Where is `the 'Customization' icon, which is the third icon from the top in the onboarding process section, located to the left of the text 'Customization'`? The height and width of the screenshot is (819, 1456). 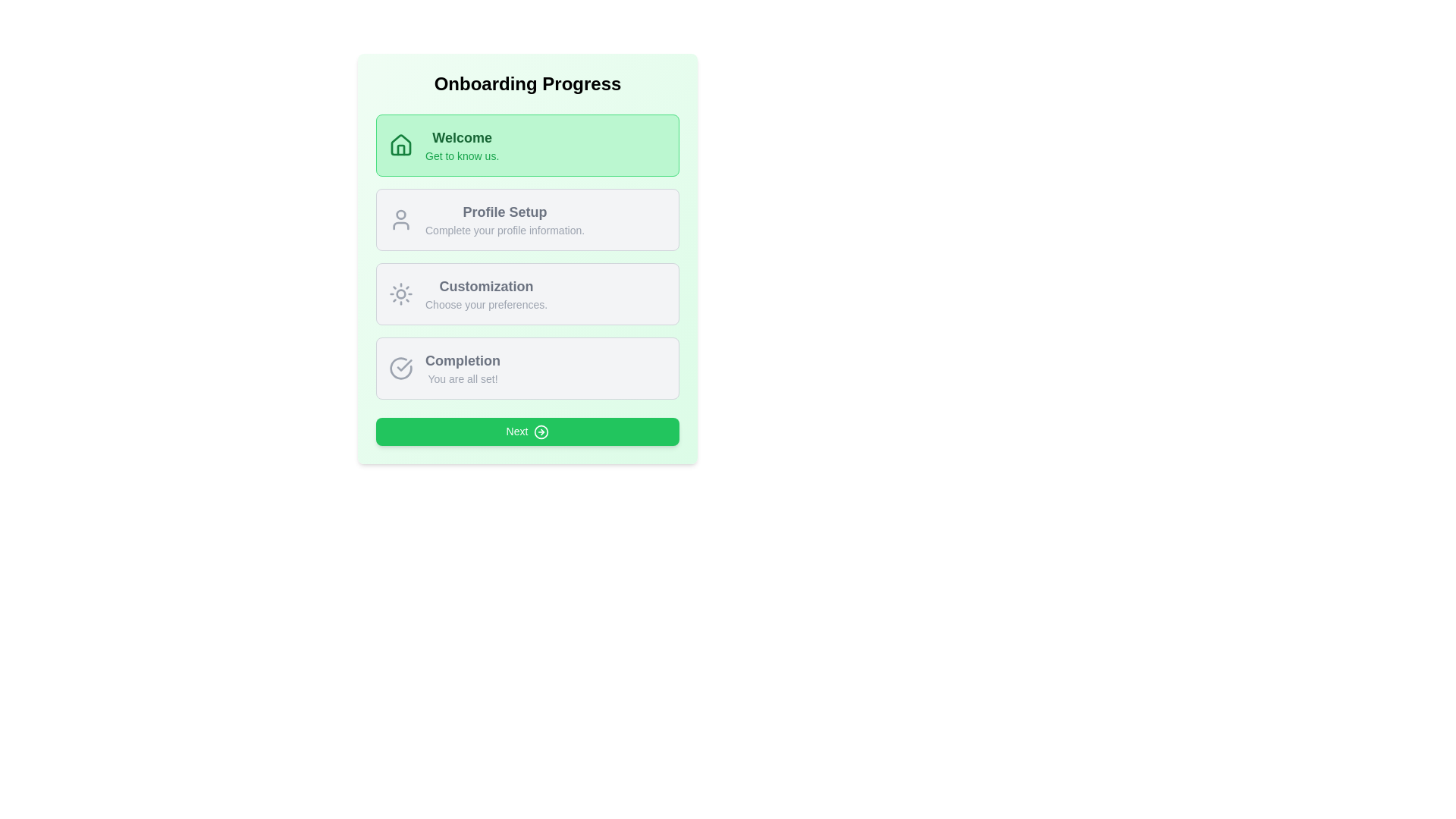 the 'Customization' icon, which is the third icon from the top in the onboarding process section, located to the left of the text 'Customization' is located at coordinates (400, 294).